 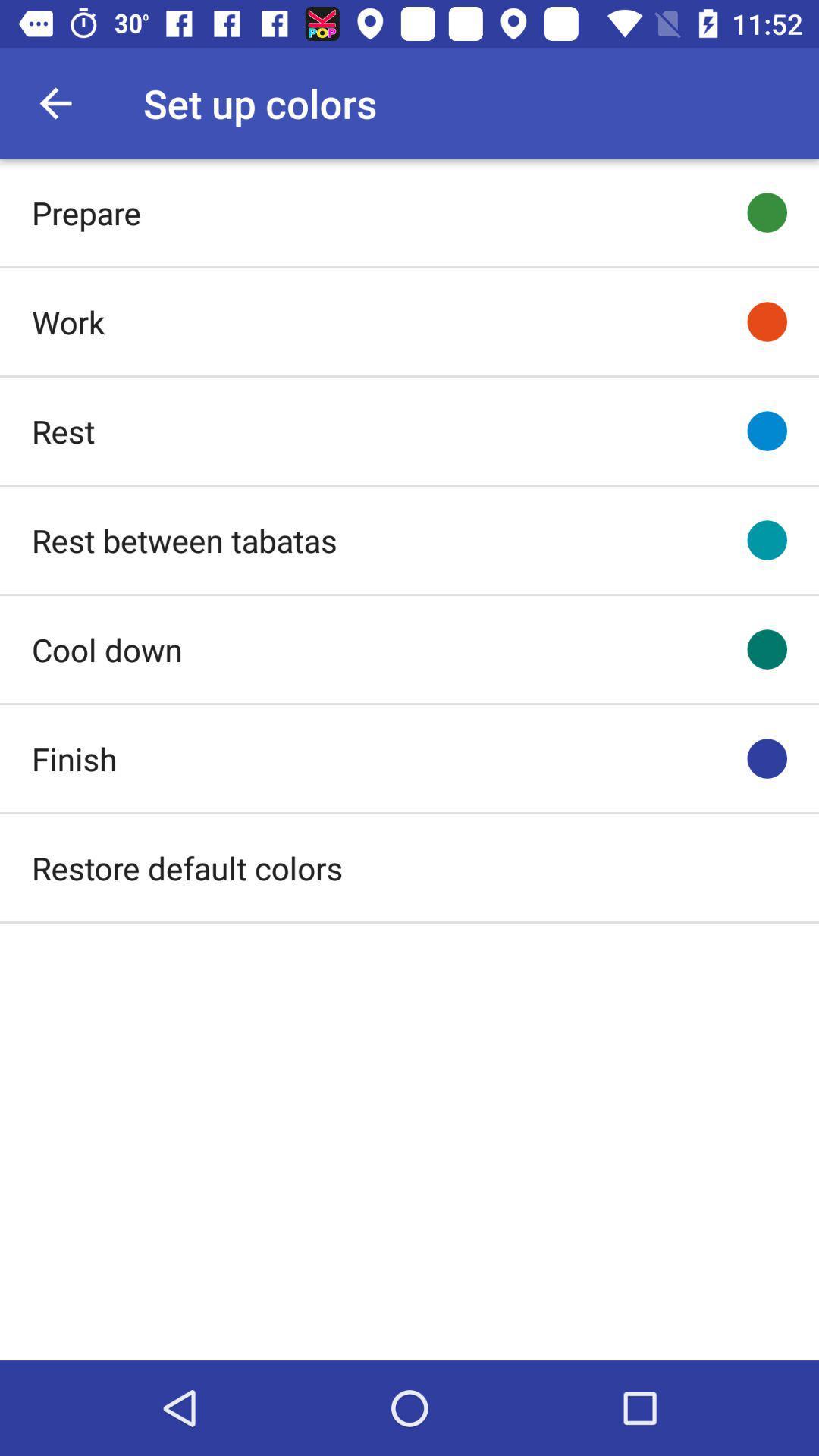 I want to click on item to the left of the set up colors icon, so click(x=55, y=102).